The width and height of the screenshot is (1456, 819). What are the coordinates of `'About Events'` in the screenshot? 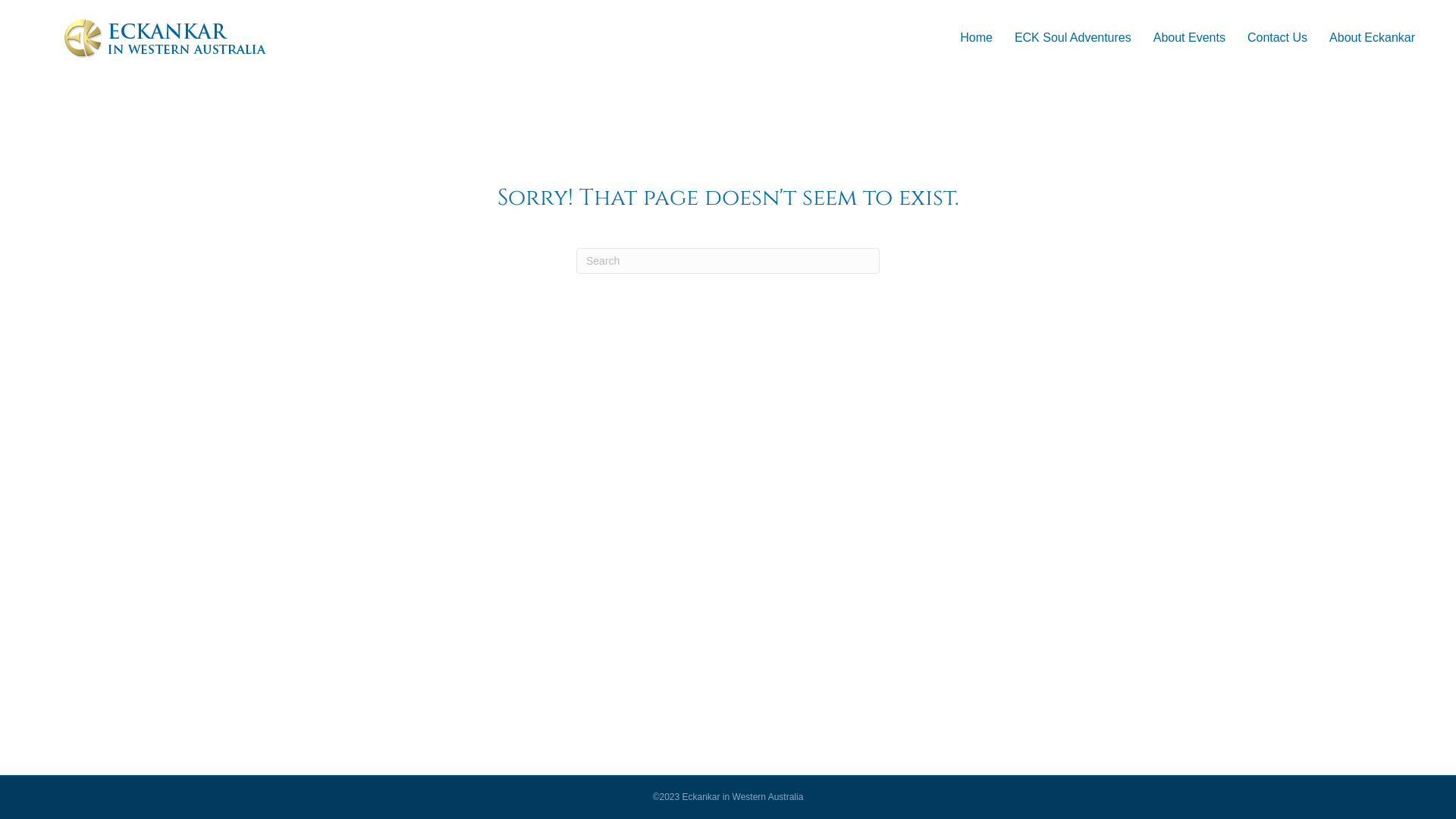 It's located at (1188, 36).